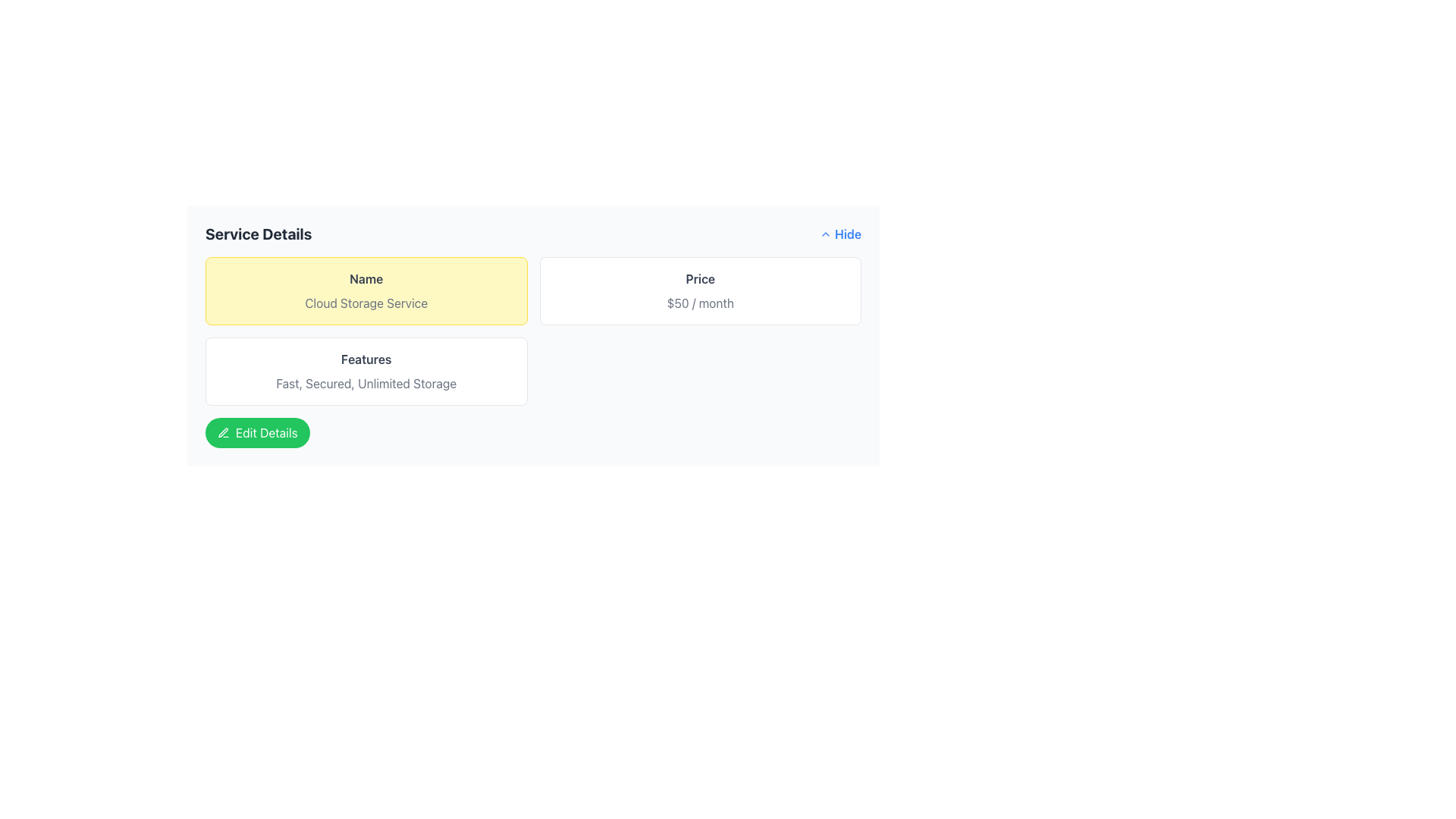 This screenshot has width=1456, height=819. Describe the element at coordinates (824, 234) in the screenshot. I see `the chevron-up icon located in the top-right corner of the interface` at that location.